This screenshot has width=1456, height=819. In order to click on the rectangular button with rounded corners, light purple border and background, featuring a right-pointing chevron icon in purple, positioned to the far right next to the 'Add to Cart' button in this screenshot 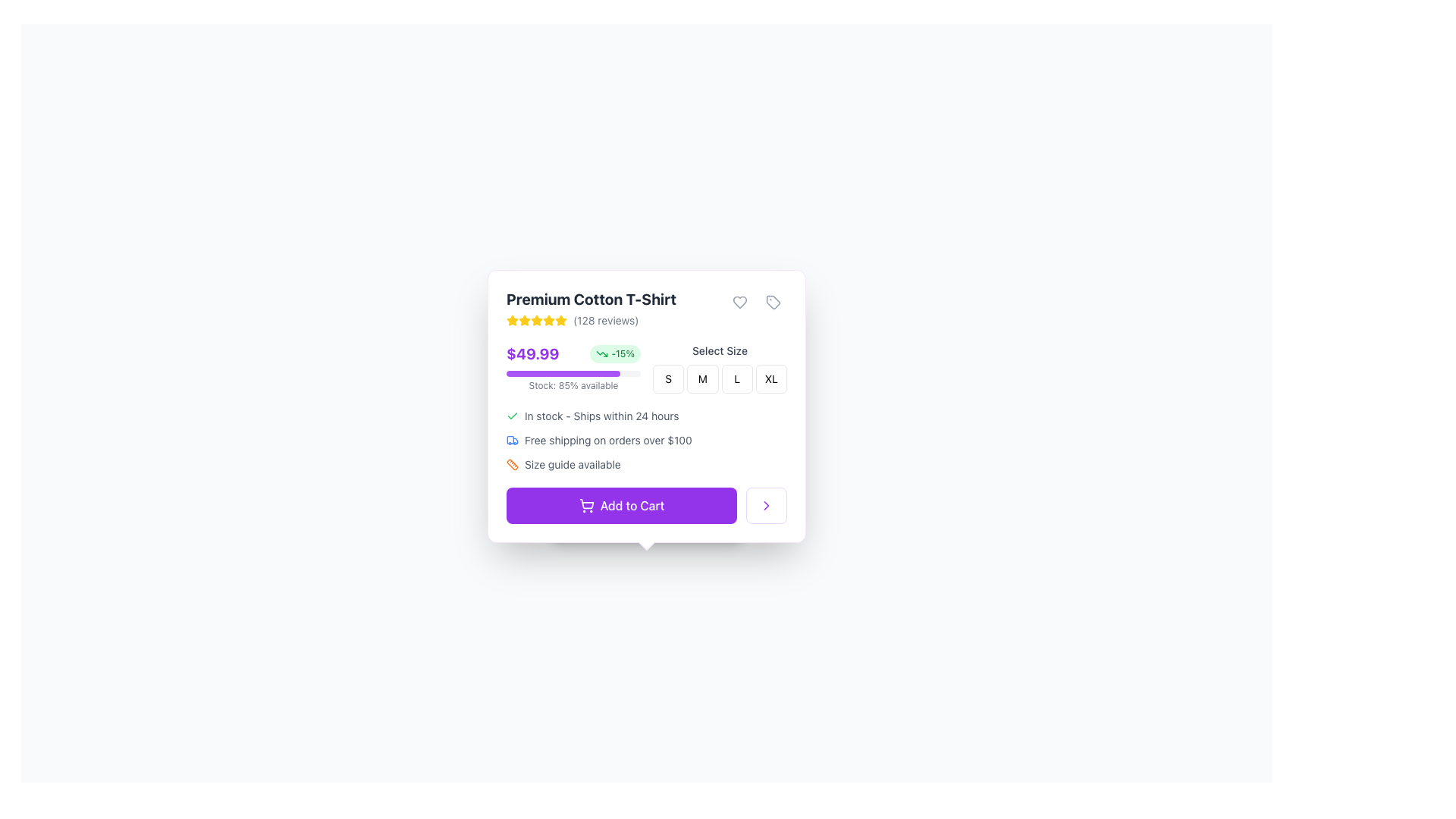, I will do `click(767, 506)`.